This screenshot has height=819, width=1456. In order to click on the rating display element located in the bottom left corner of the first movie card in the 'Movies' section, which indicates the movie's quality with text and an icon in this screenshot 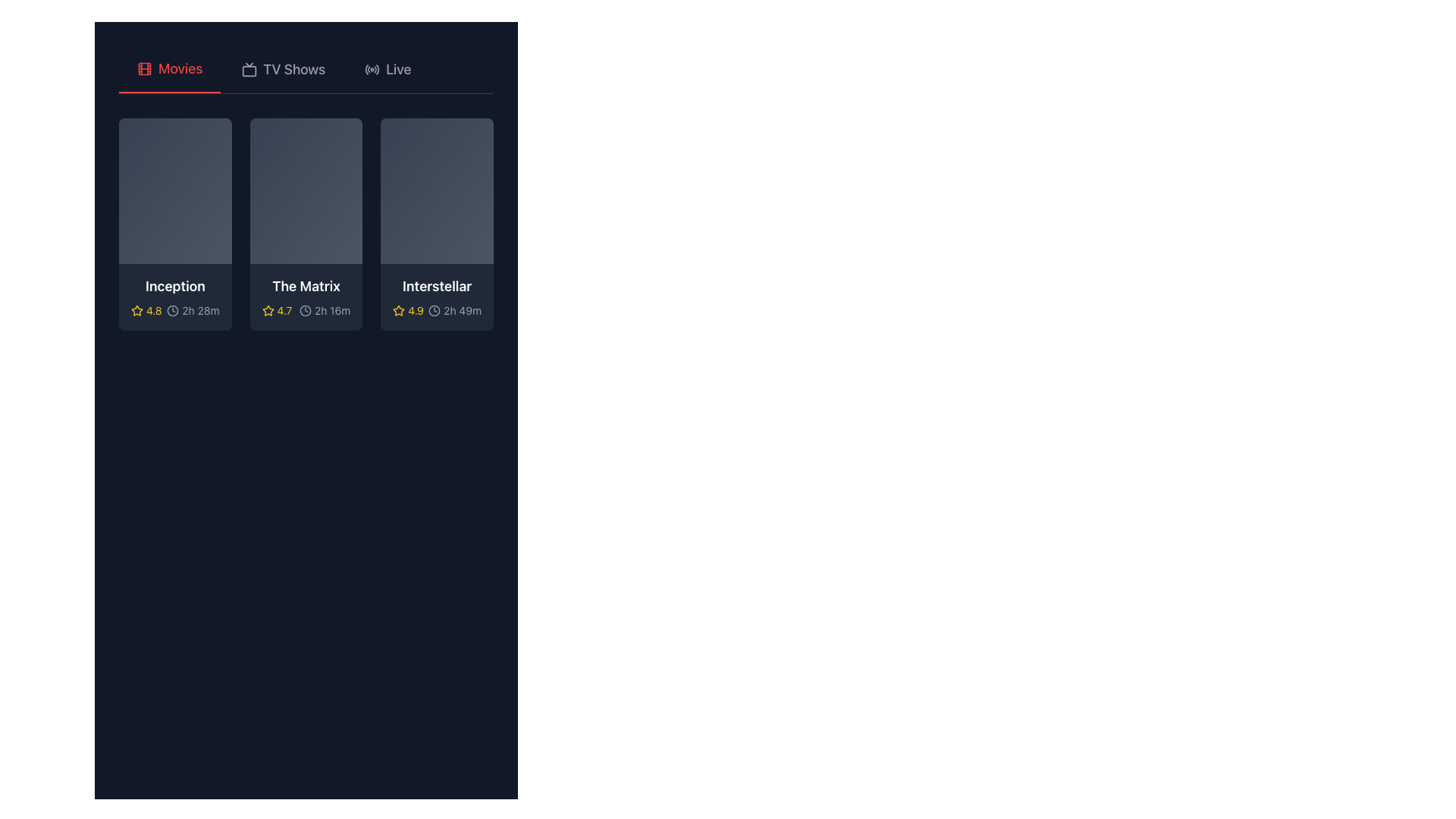, I will do `click(146, 309)`.